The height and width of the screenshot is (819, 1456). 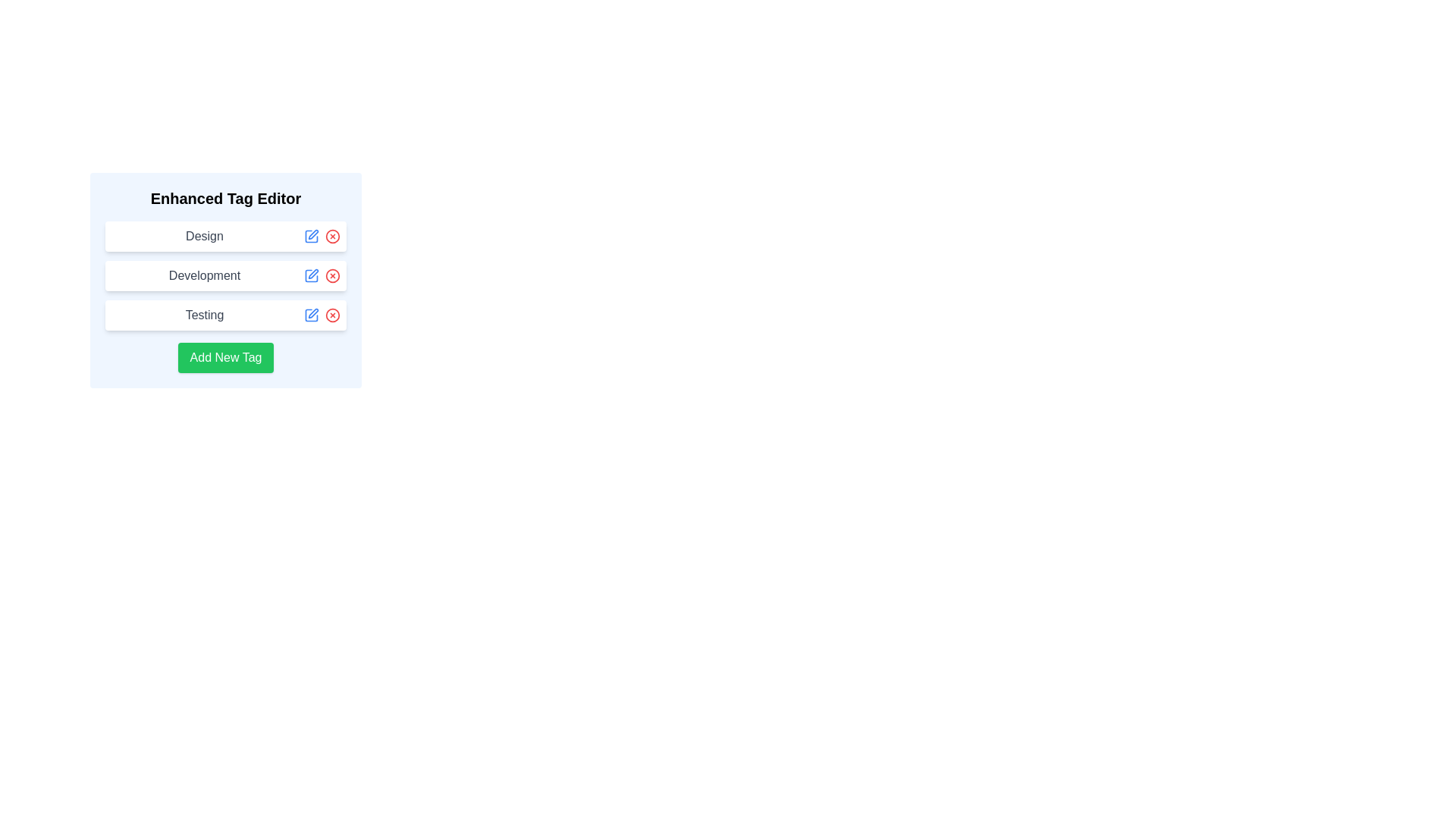 I want to click on the 'Add Tag' button located at the bottom of the 'Enhanced Tag Editor' group, so click(x=224, y=357).